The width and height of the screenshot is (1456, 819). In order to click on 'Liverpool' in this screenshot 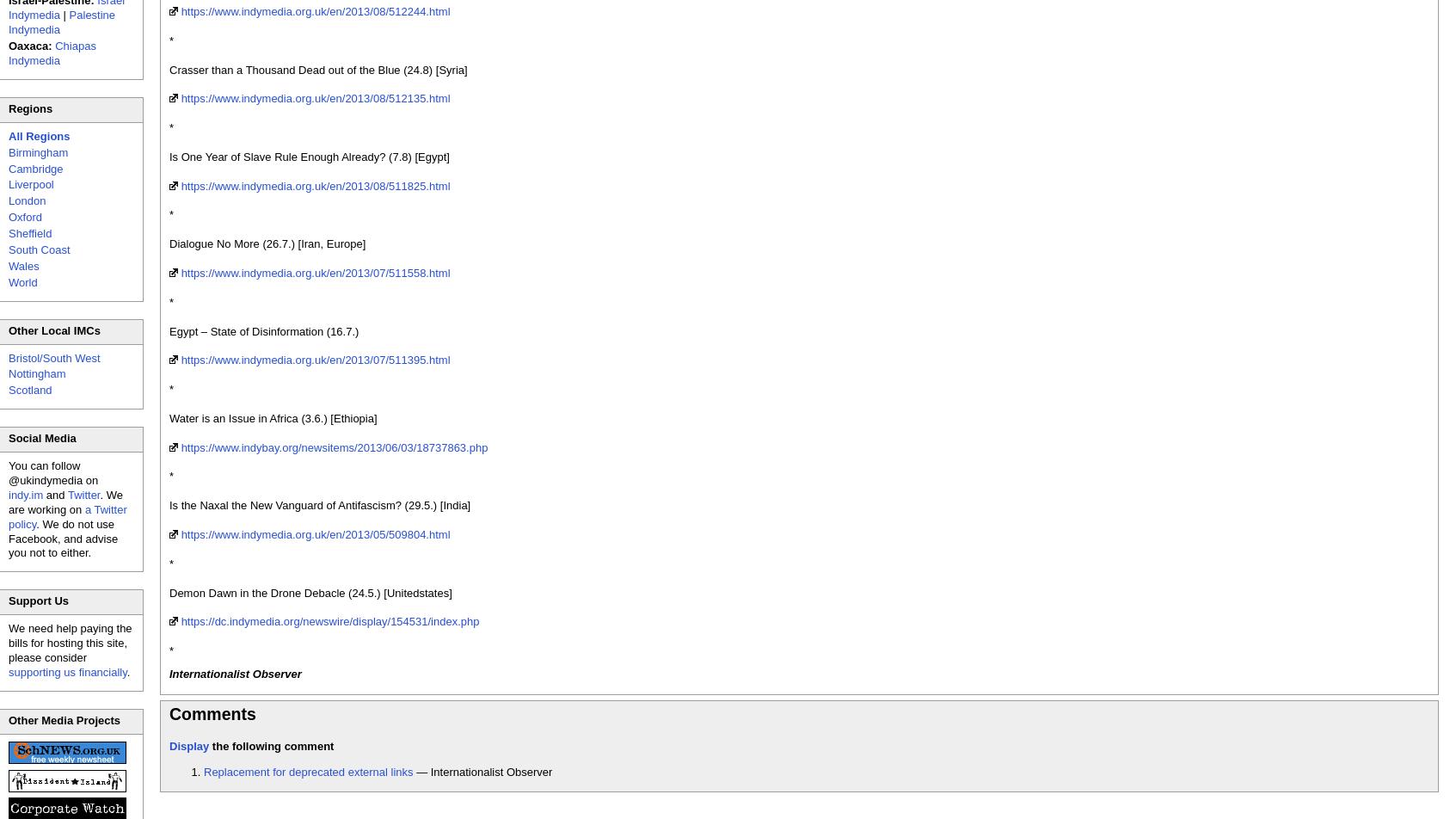, I will do `click(30, 184)`.